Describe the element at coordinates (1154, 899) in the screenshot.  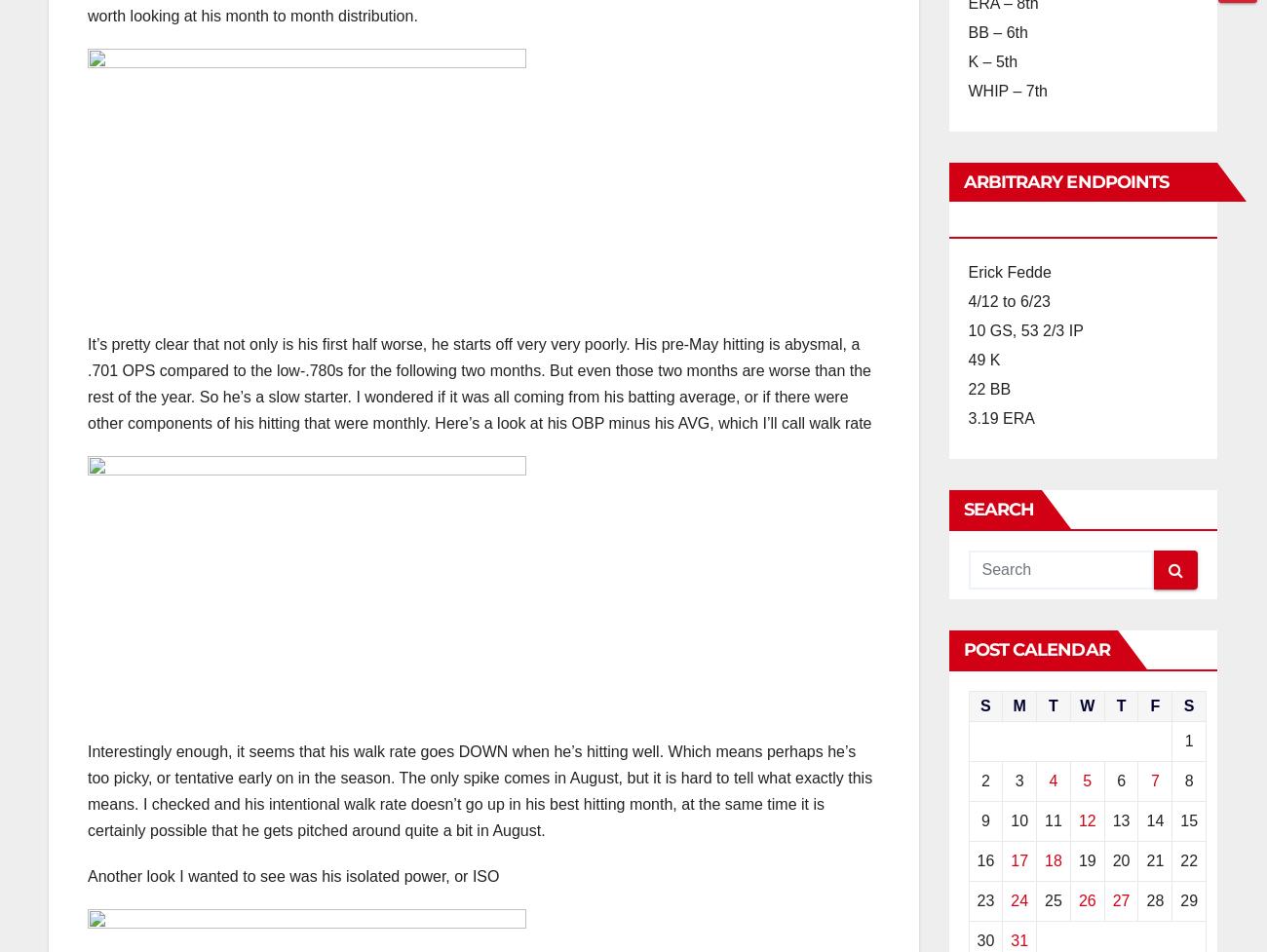
I see `'28'` at that location.